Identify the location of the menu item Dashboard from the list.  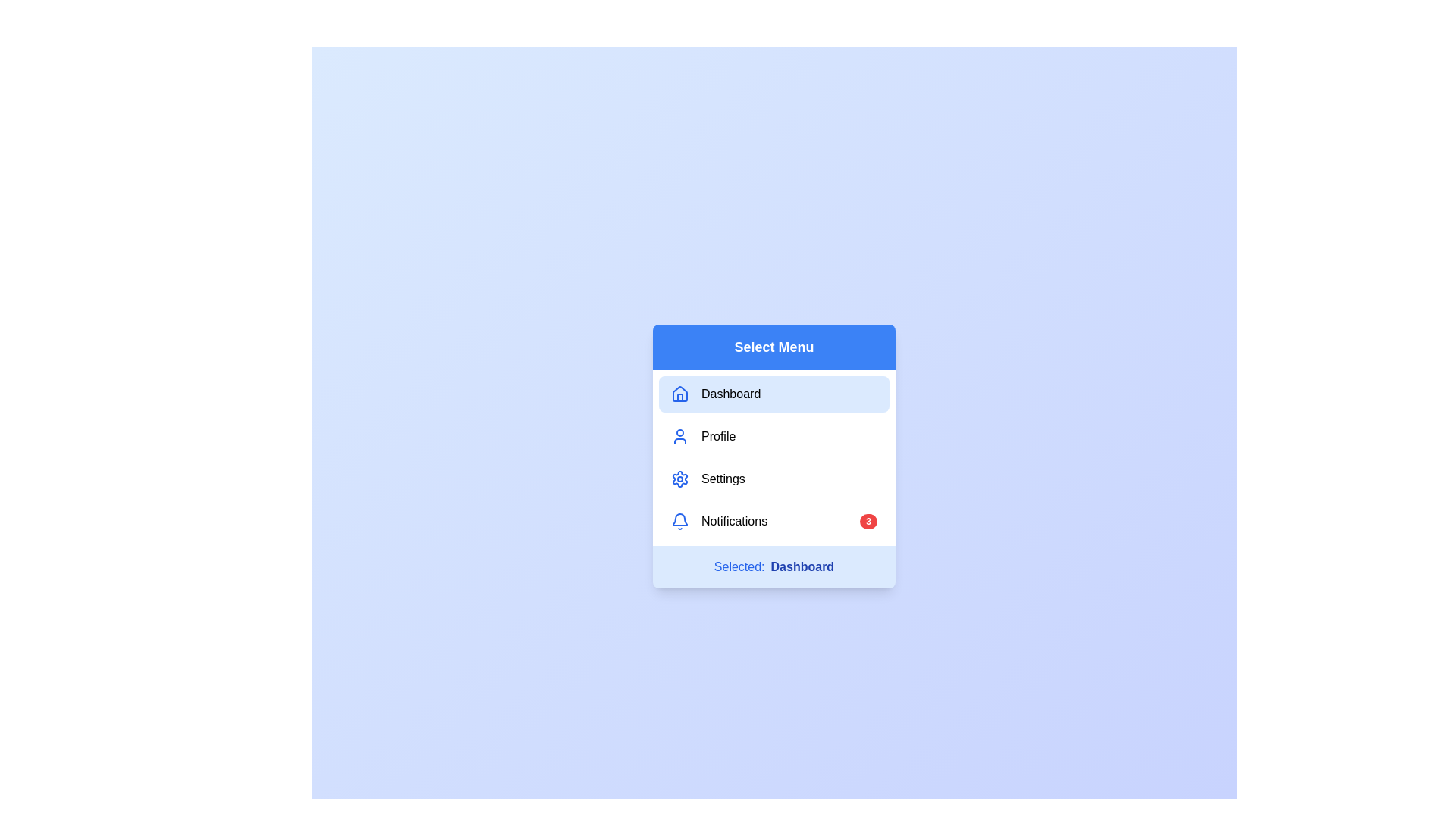
(774, 394).